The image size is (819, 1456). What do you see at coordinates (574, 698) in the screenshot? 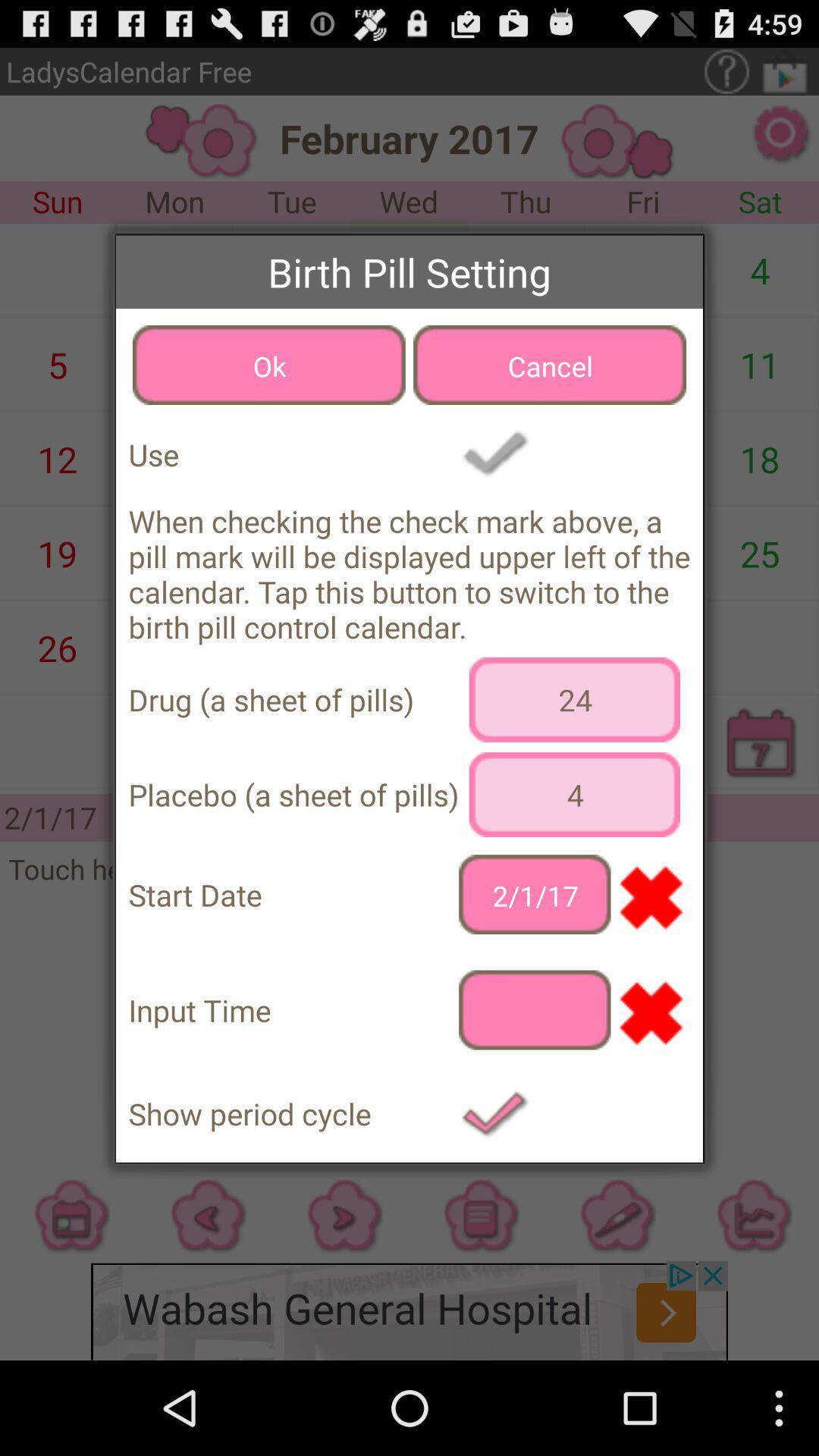
I see `24 icon` at bounding box center [574, 698].